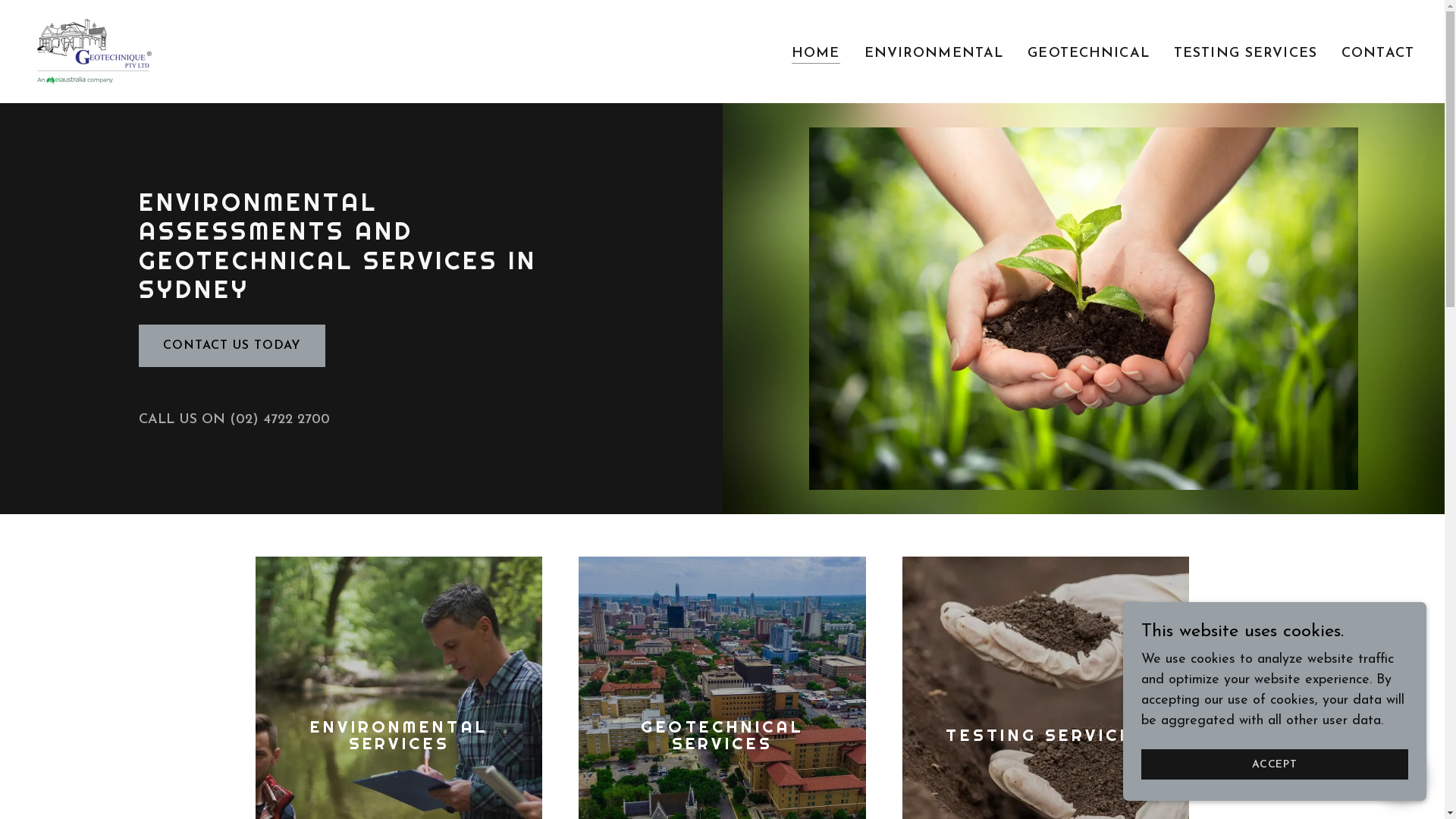 This screenshot has width=1456, height=819. I want to click on 'ENVIRONMENTAL', so click(934, 52).